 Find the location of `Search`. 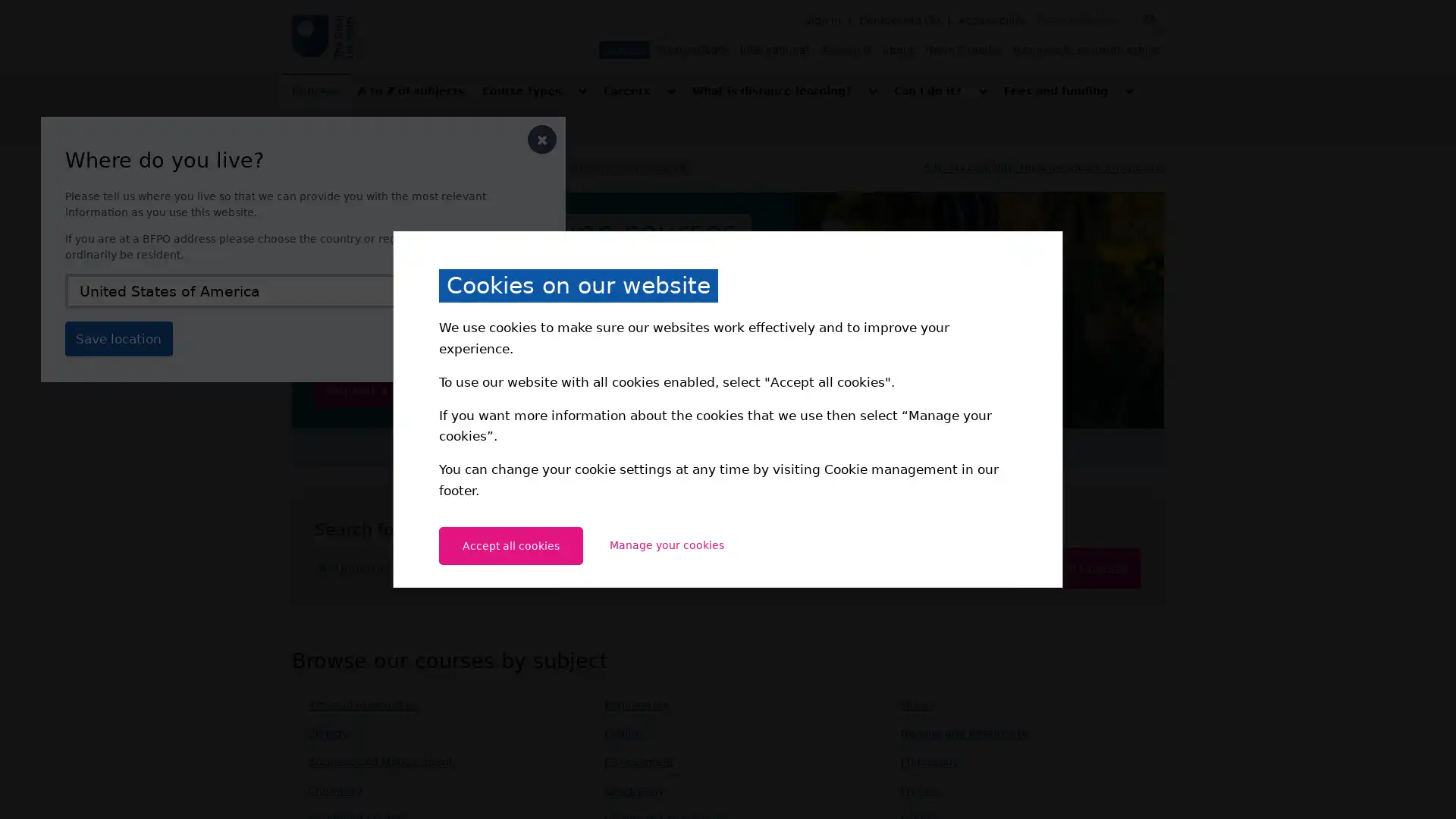

Search is located at coordinates (1150, 20).